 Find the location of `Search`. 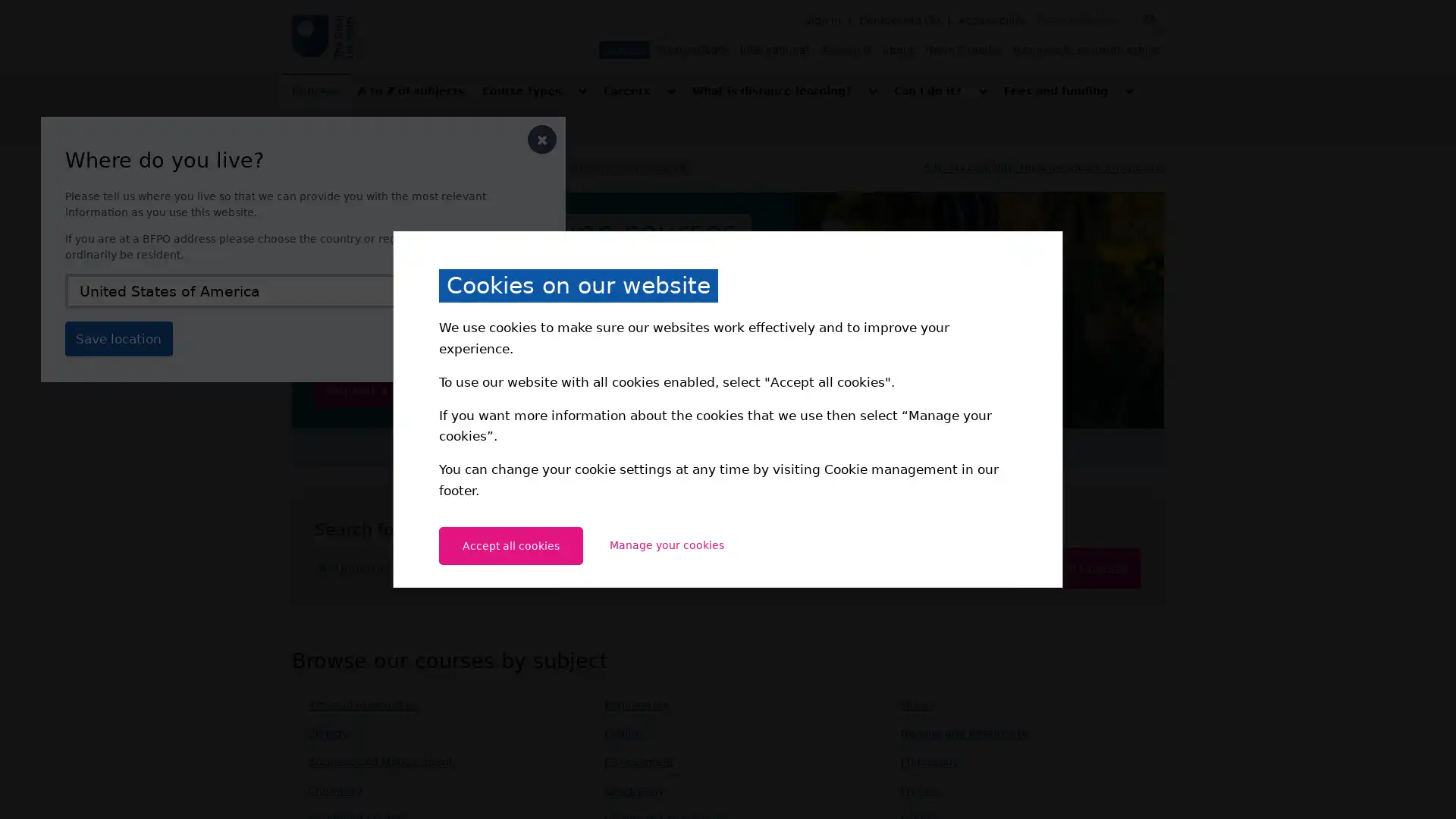

Search is located at coordinates (1150, 20).